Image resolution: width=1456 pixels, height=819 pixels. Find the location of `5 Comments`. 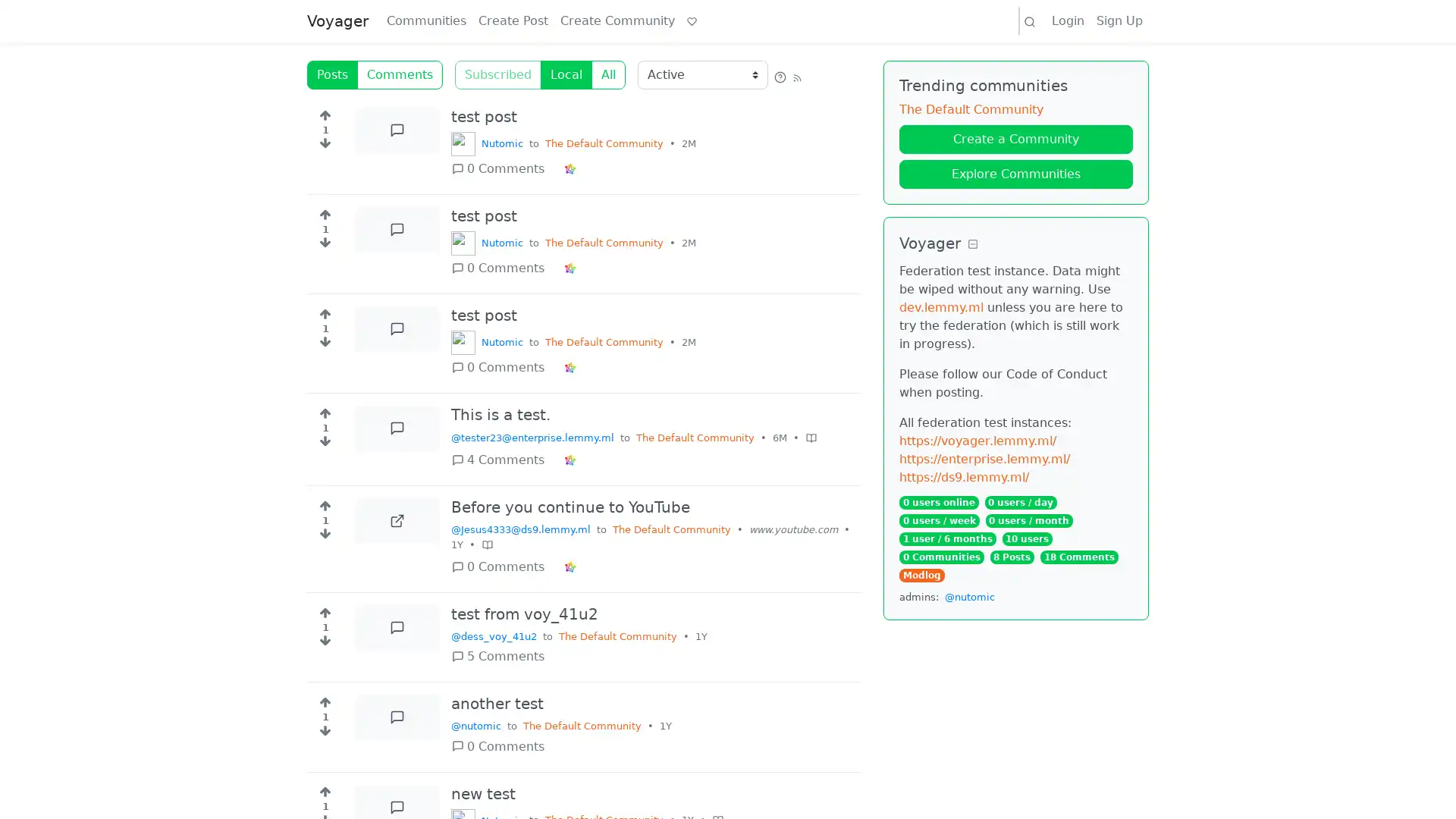

5 Comments is located at coordinates (502, 656).